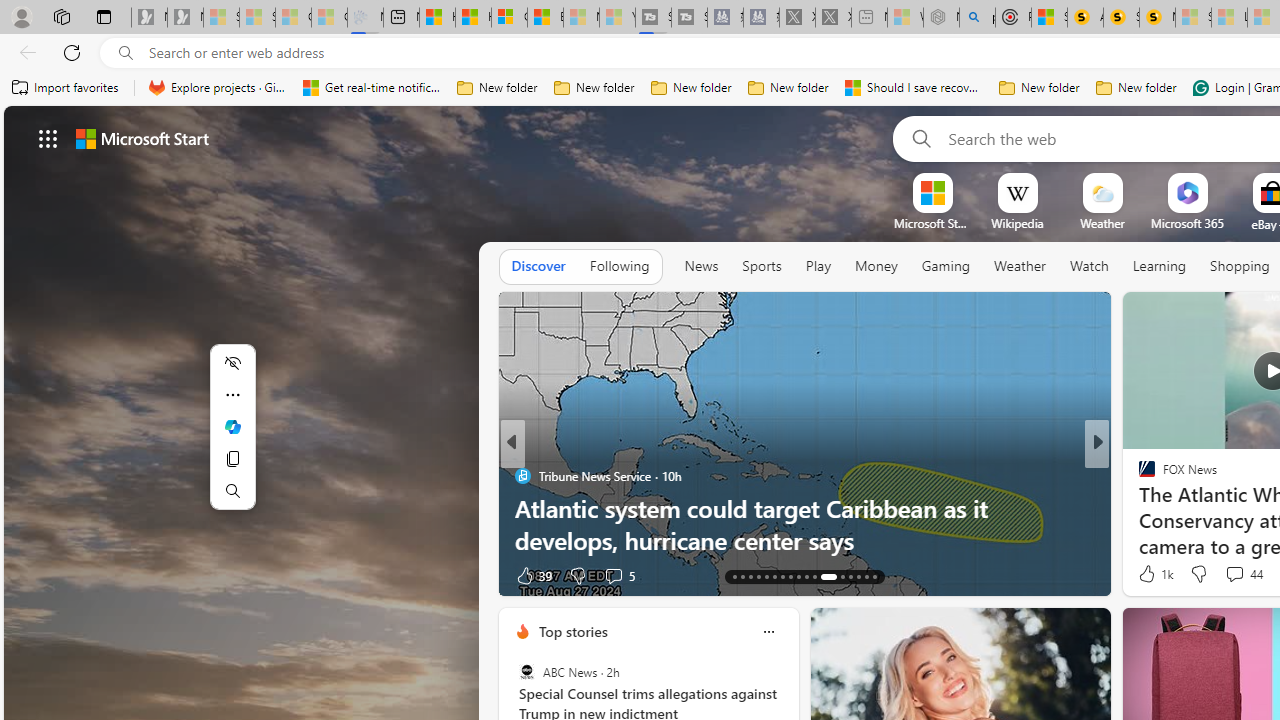 Image resolution: width=1280 pixels, height=720 pixels. What do you see at coordinates (765, 577) in the screenshot?
I see `'AutomationID: tab-17'` at bounding box center [765, 577].